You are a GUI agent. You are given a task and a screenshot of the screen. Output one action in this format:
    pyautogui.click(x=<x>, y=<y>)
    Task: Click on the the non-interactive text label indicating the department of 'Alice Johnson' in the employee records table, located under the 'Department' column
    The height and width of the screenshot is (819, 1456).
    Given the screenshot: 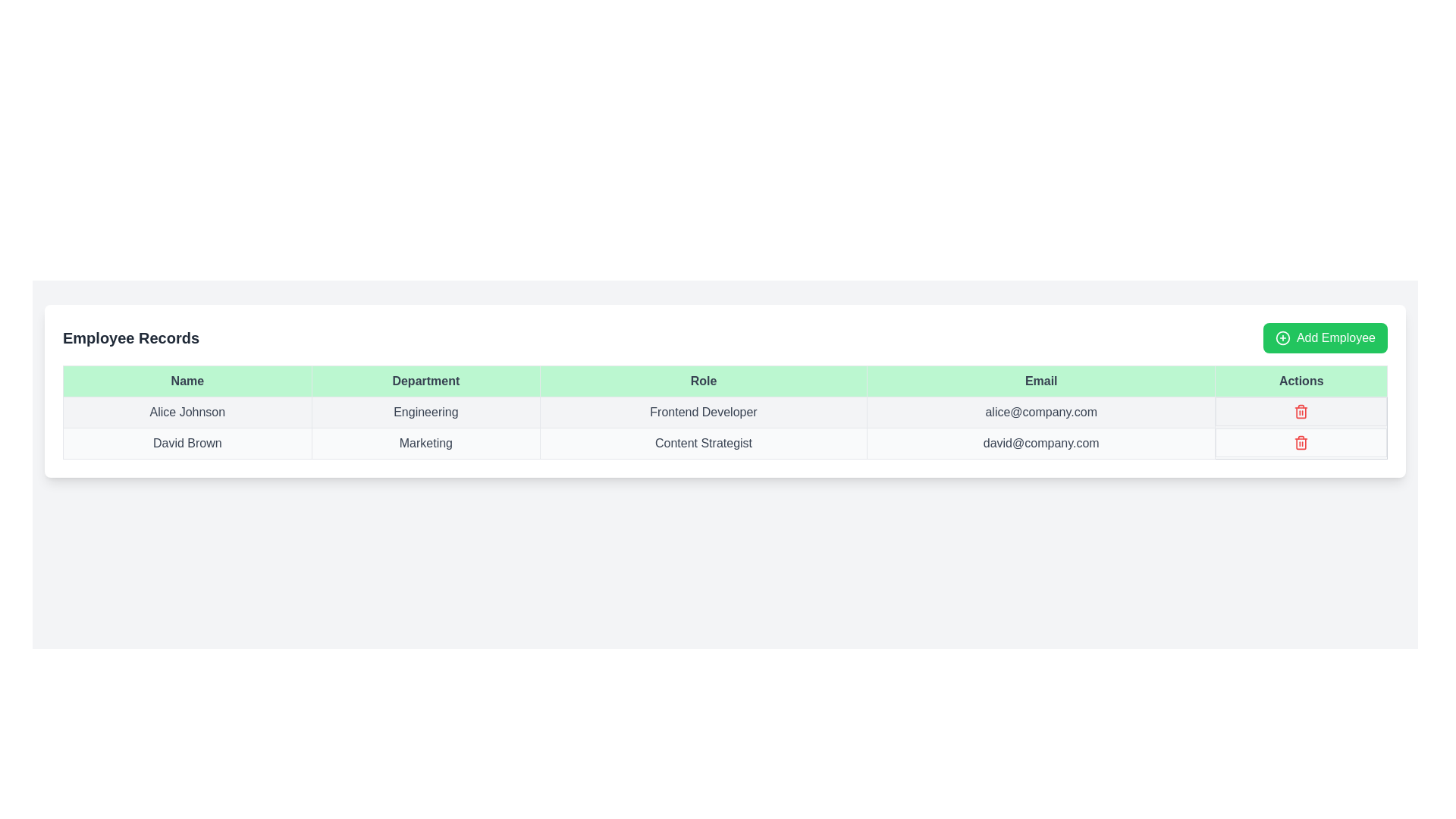 What is the action you would take?
    pyautogui.click(x=425, y=412)
    